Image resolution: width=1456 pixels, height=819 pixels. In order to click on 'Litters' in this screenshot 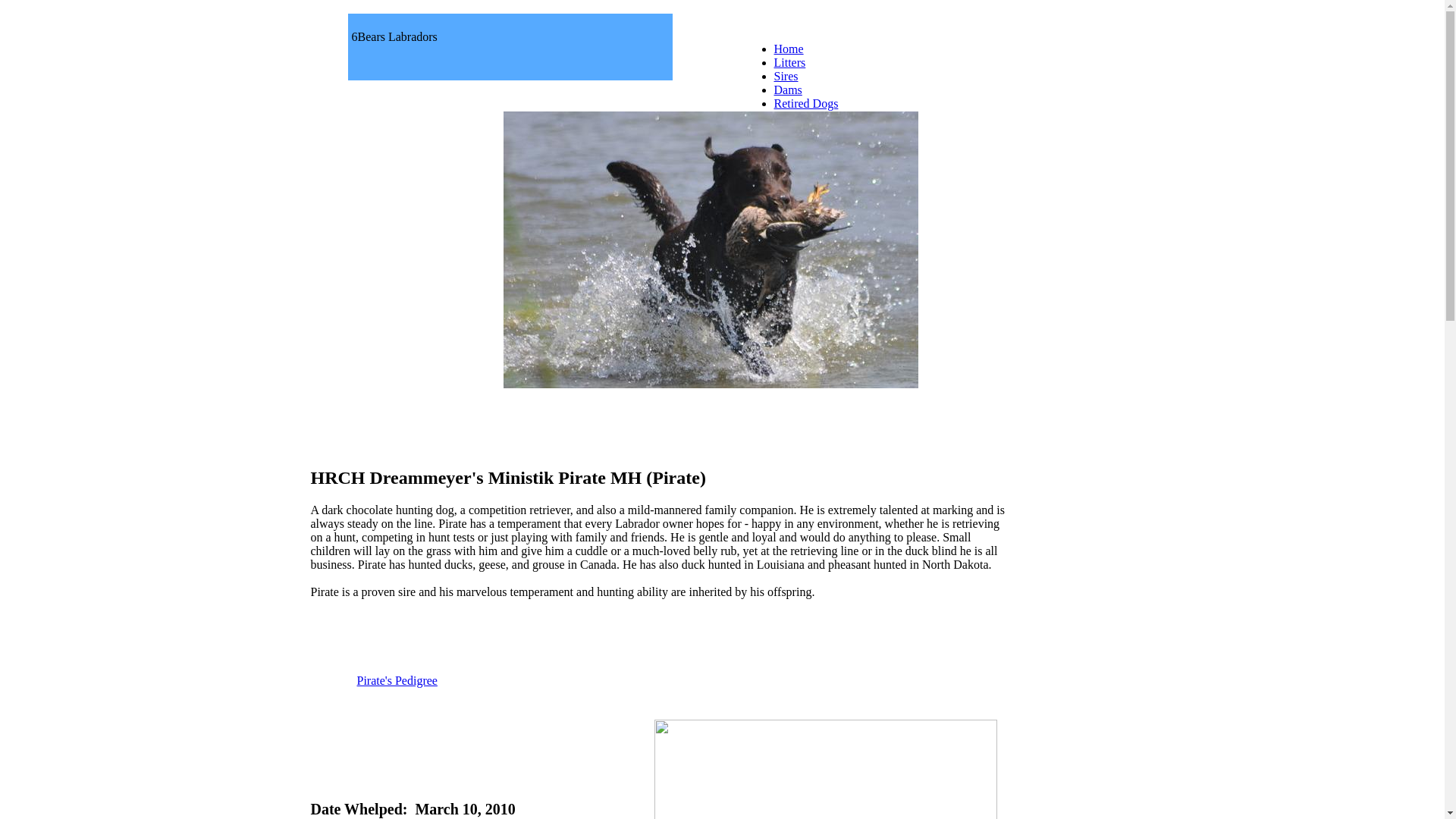, I will do `click(773, 61)`.